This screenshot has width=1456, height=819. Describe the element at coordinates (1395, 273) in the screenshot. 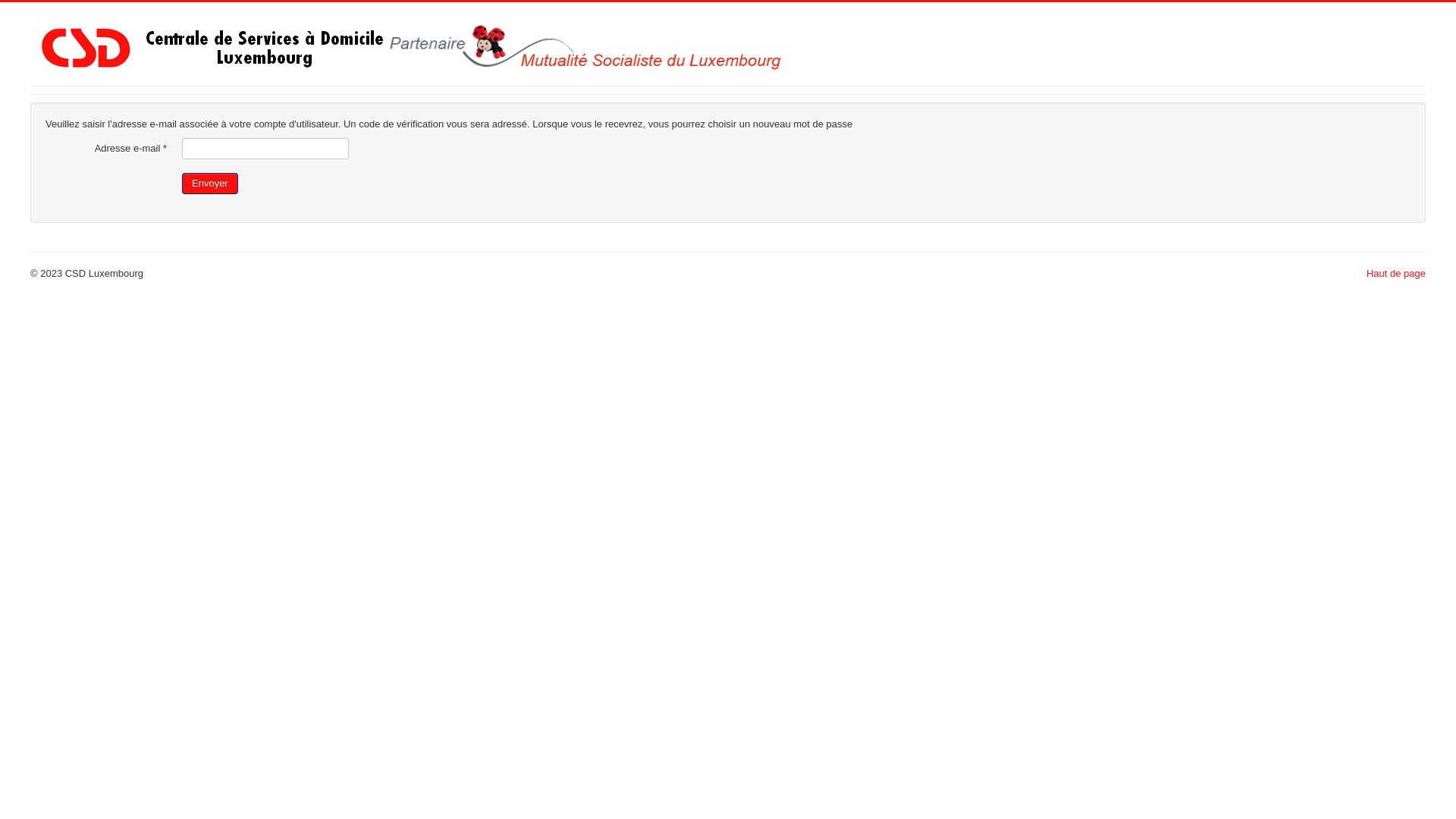

I see `'Haut de page'` at that location.